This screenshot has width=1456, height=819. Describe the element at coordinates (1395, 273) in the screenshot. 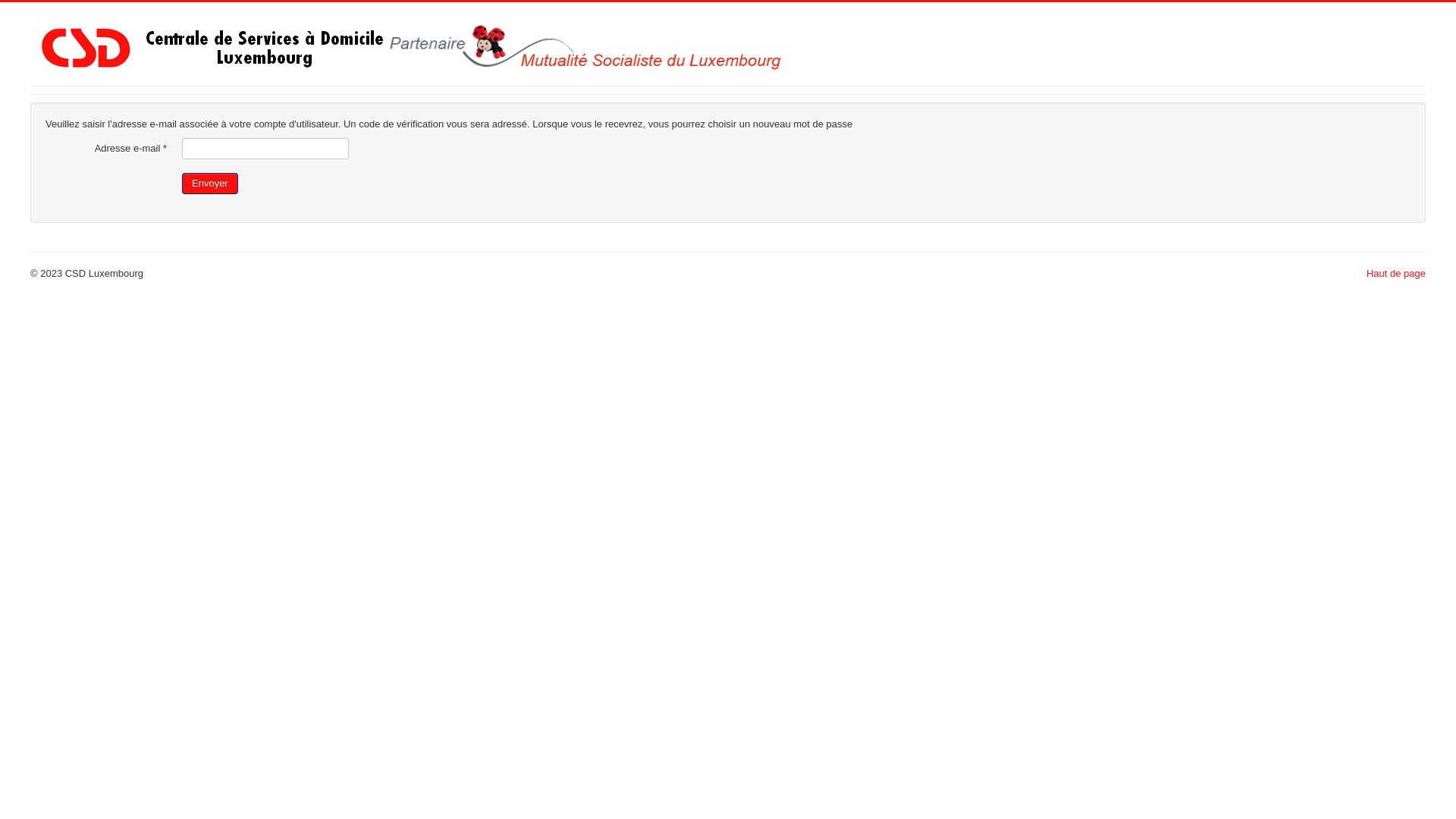

I see `'Haut de page'` at that location.